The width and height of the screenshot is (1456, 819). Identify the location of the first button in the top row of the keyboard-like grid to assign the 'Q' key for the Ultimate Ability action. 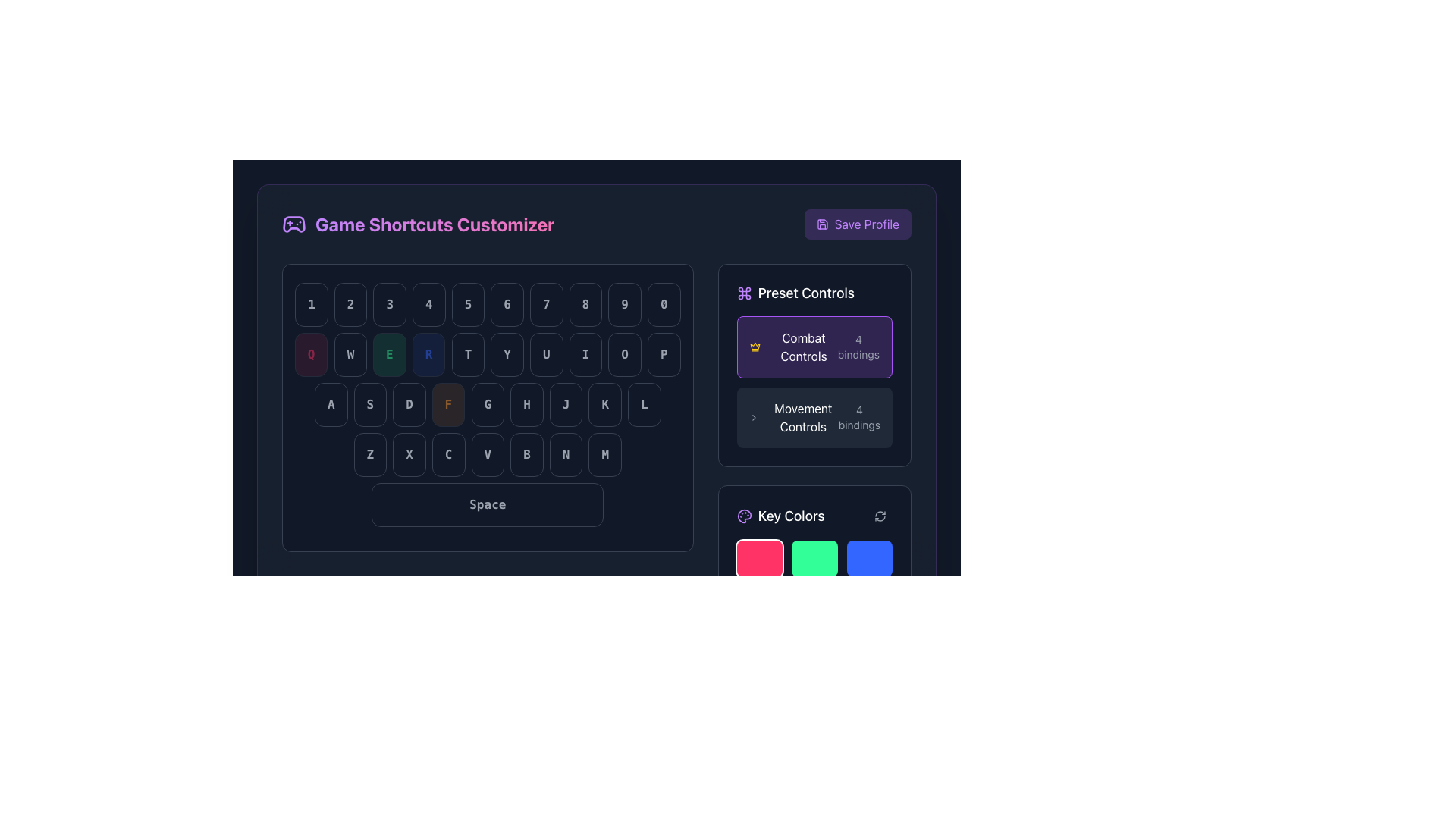
(310, 354).